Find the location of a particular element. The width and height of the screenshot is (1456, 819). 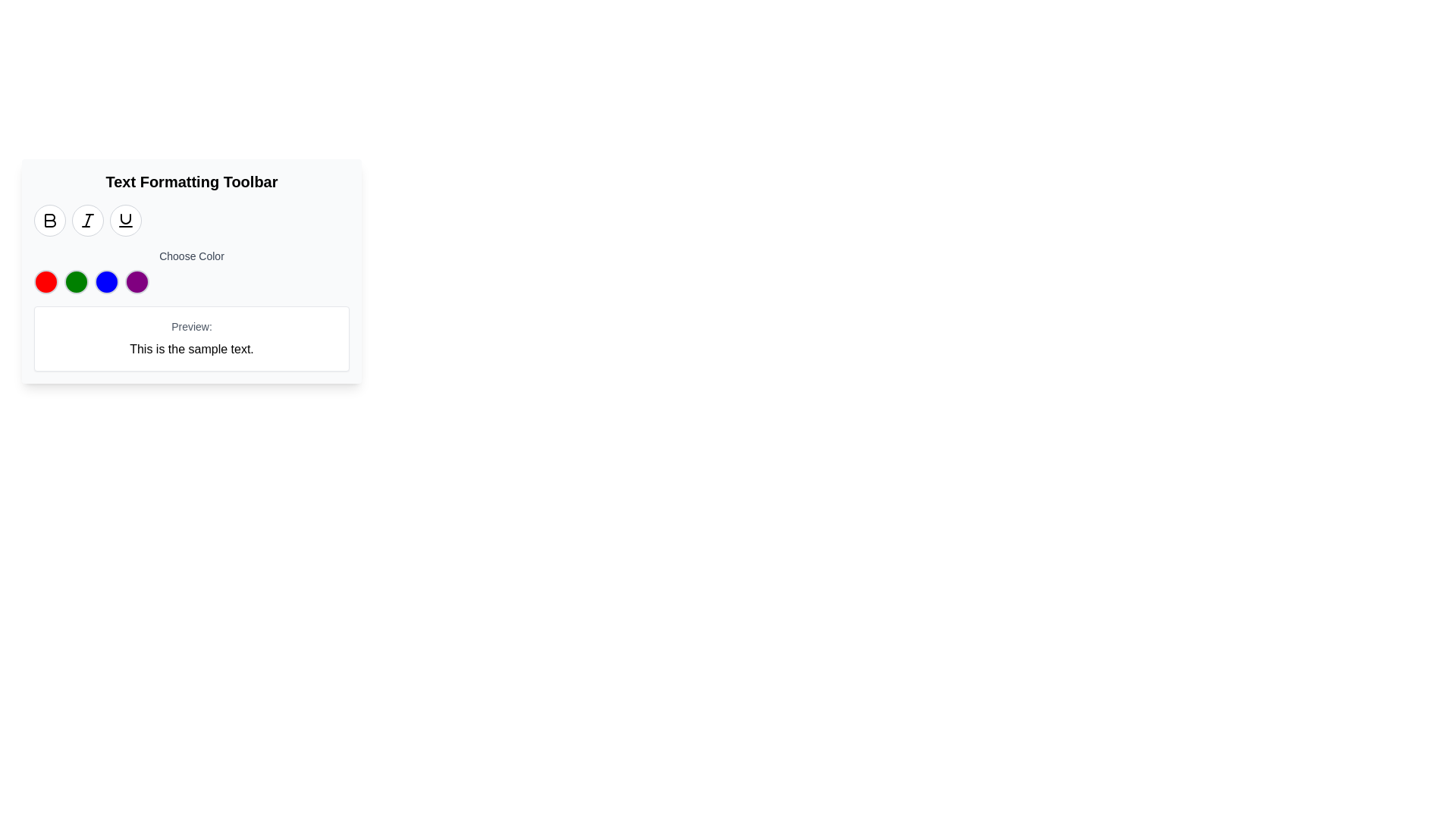

the text element displaying sample placeholder text, located below the 'Preview:' label in the bordered box layout is located at coordinates (191, 350).